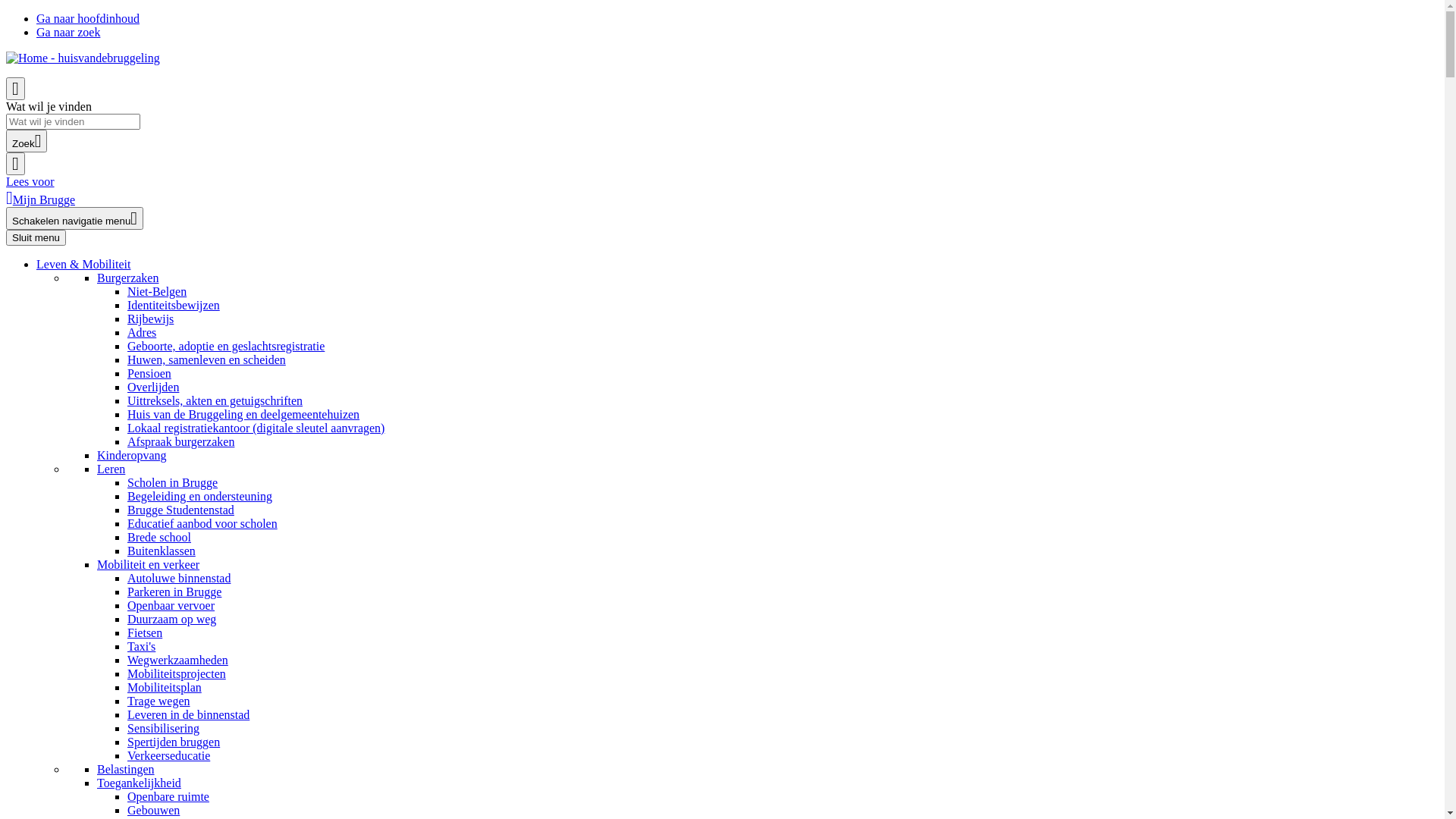  Describe the element at coordinates (158, 701) in the screenshot. I see `'Trage wegen'` at that location.